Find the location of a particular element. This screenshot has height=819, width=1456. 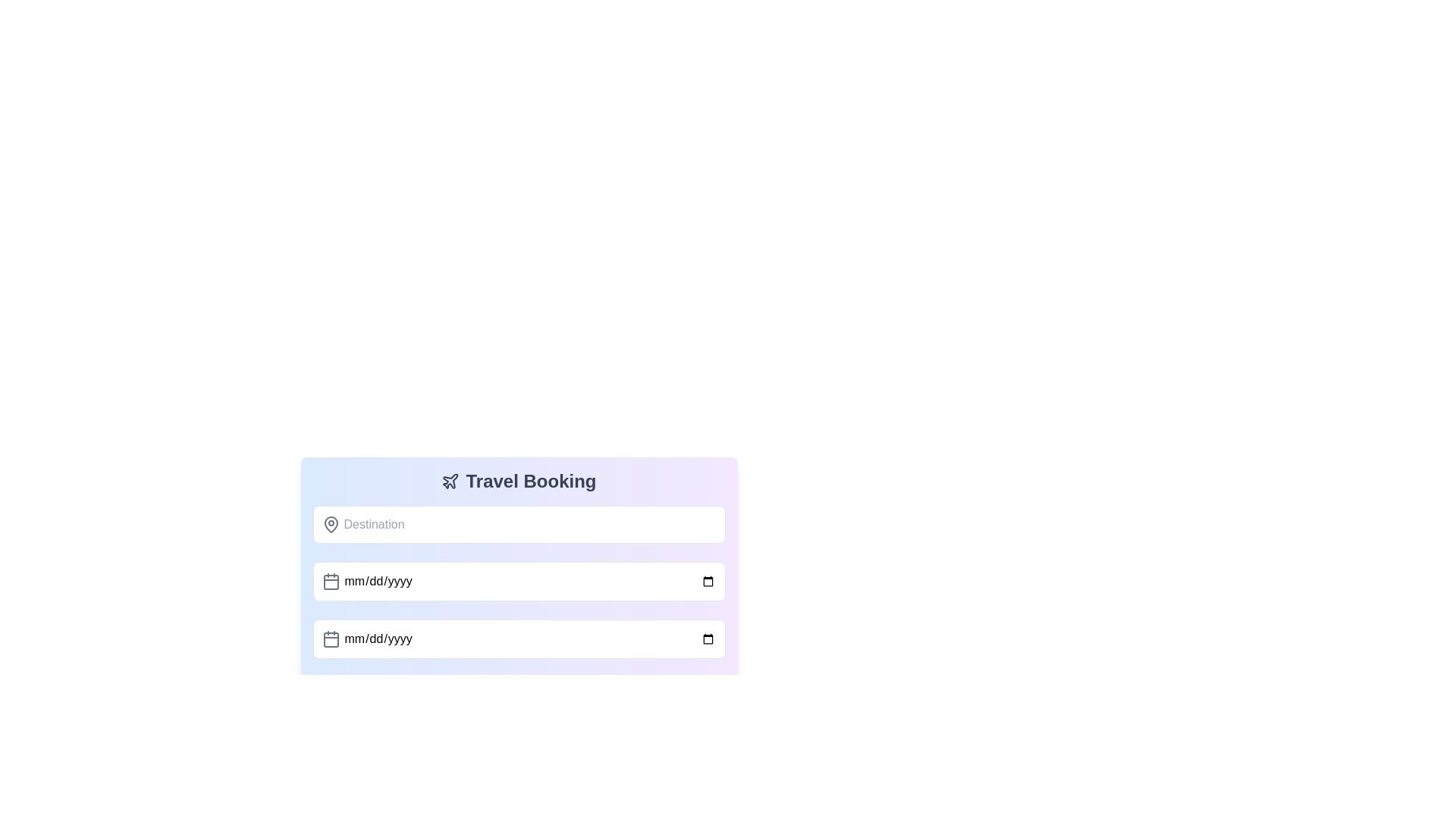

a date from the calendar popup in the date input field located under the 'Travel Booking' heading, which is the third input field in the form layout is located at coordinates (519, 639).